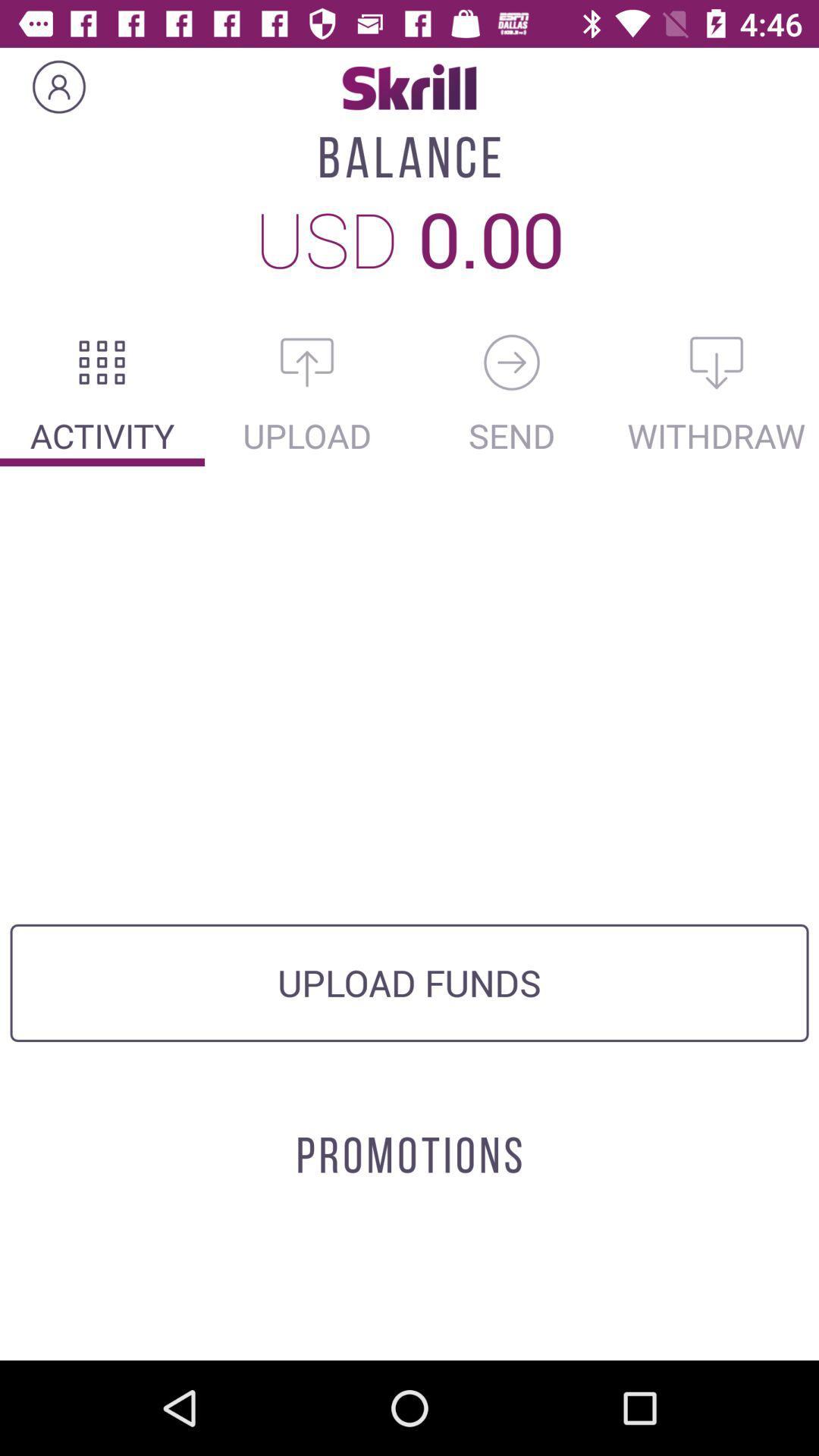  I want to click on activity, so click(102, 362).